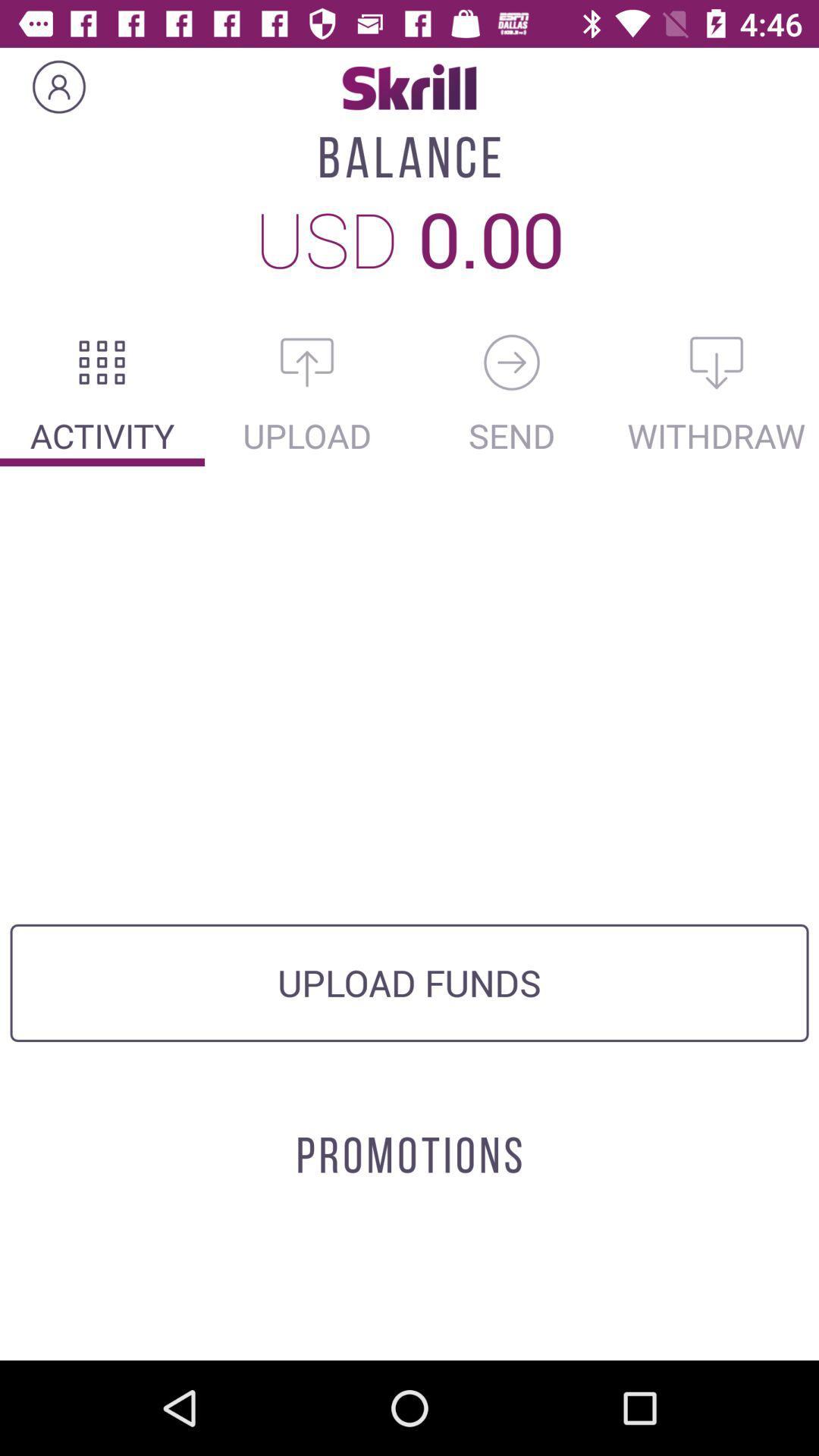  I want to click on activity, so click(102, 362).